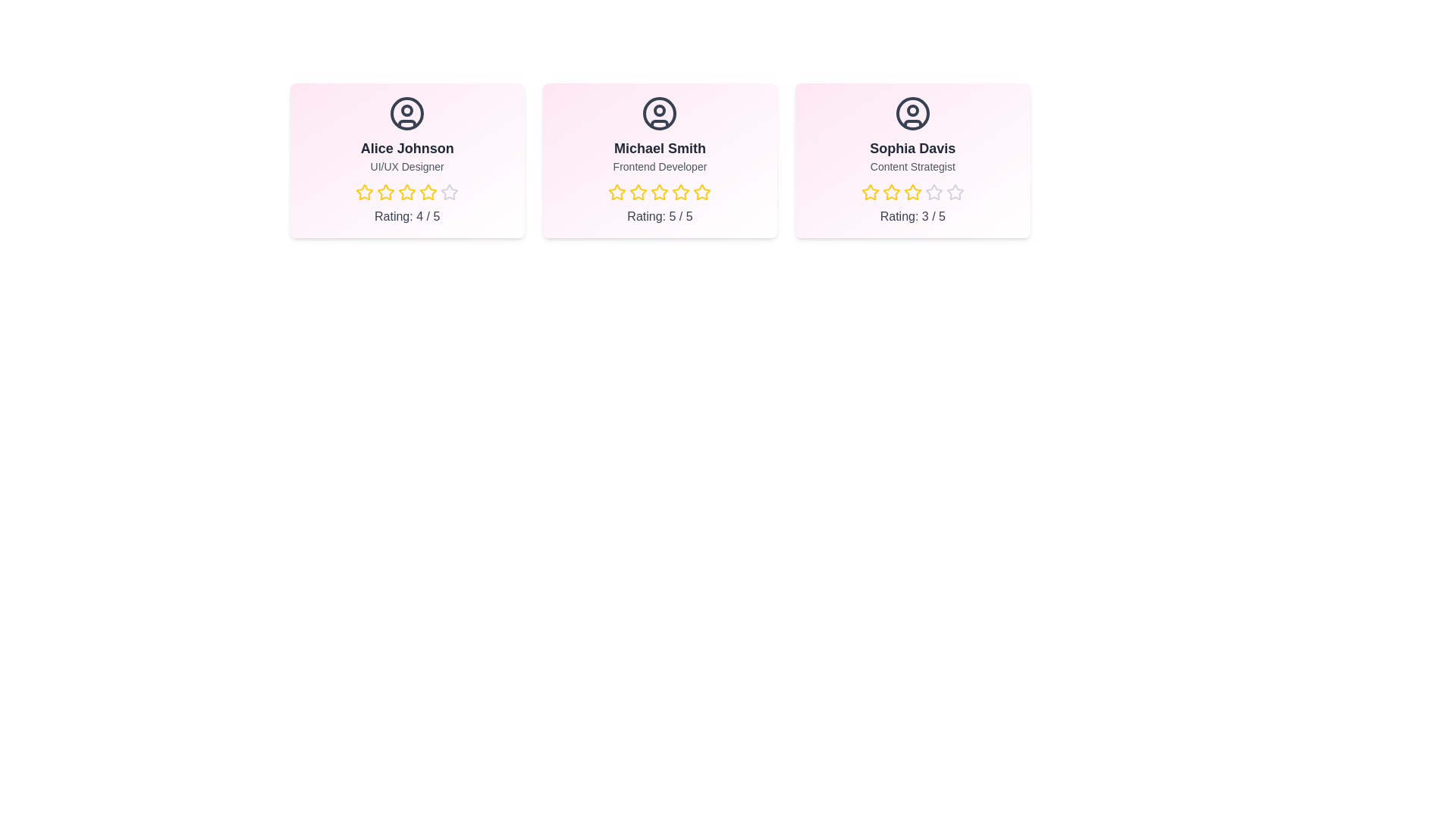  Describe the element at coordinates (386, 192) in the screenshot. I see `the star corresponding to 2 stars for the team member Alice Johnson` at that location.